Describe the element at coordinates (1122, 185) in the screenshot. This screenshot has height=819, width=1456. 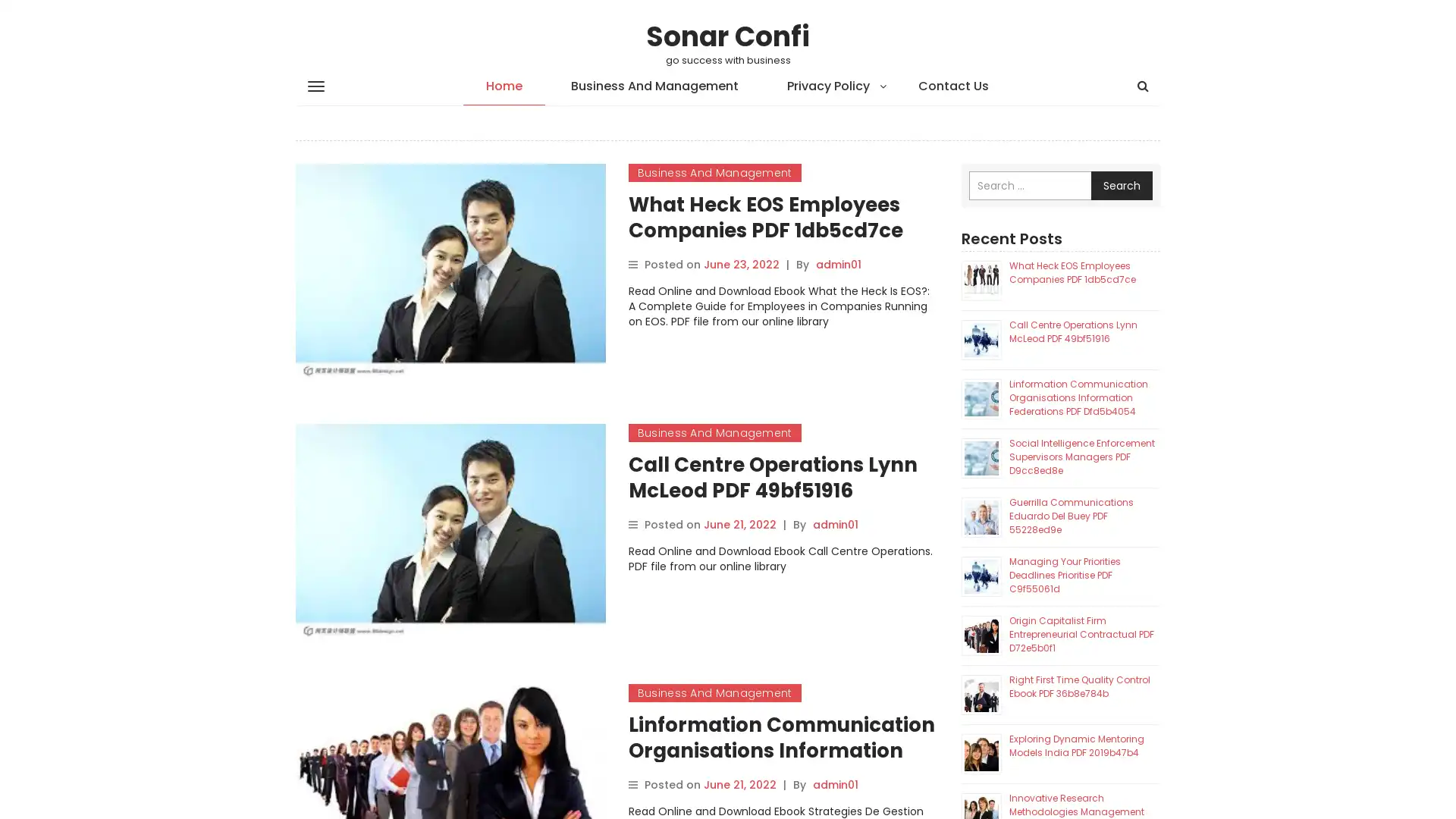
I see `Search` at that location.